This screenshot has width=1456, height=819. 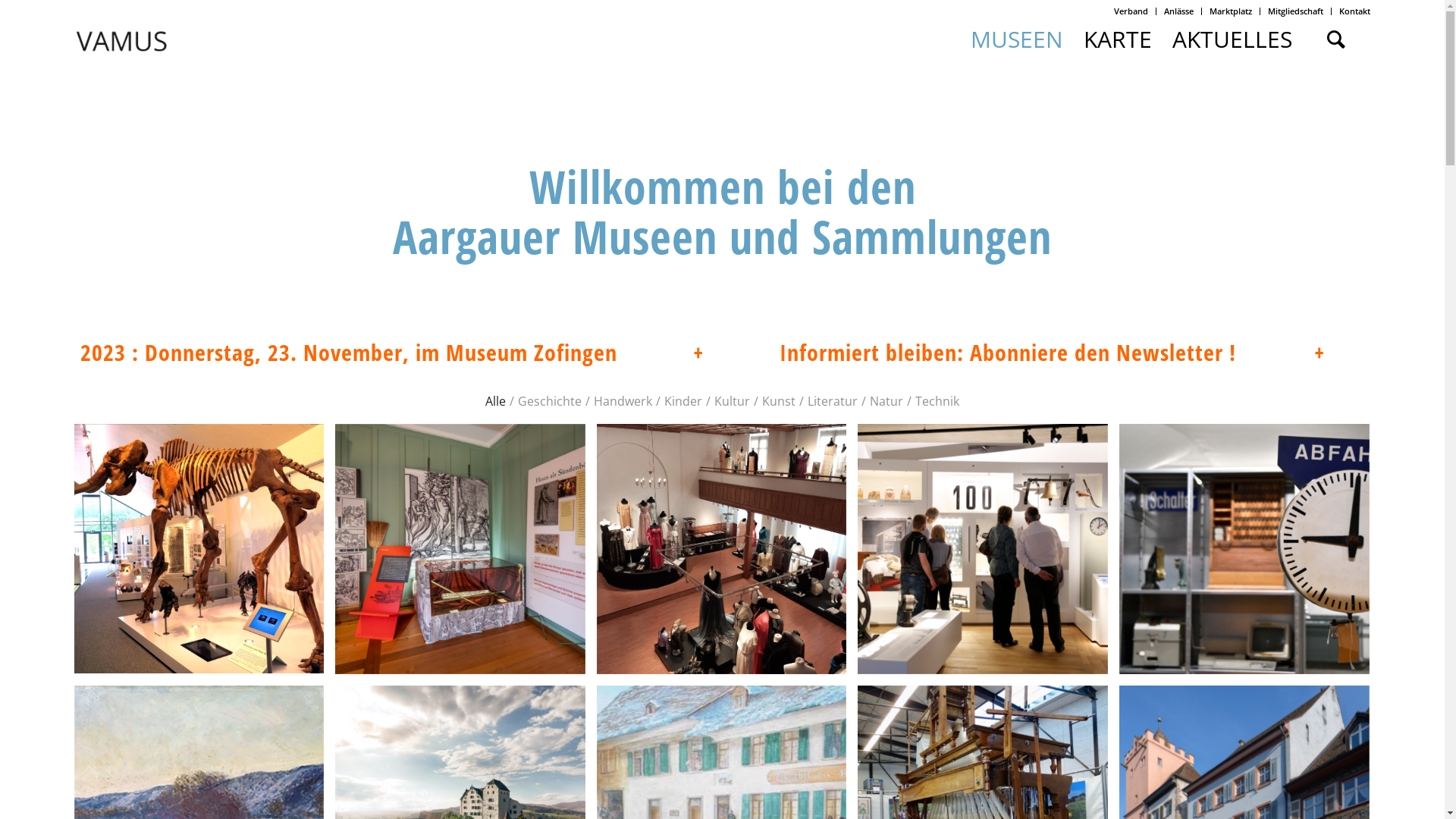 I want to click on 'Hexenmuseum', so click(x=465, y=553).